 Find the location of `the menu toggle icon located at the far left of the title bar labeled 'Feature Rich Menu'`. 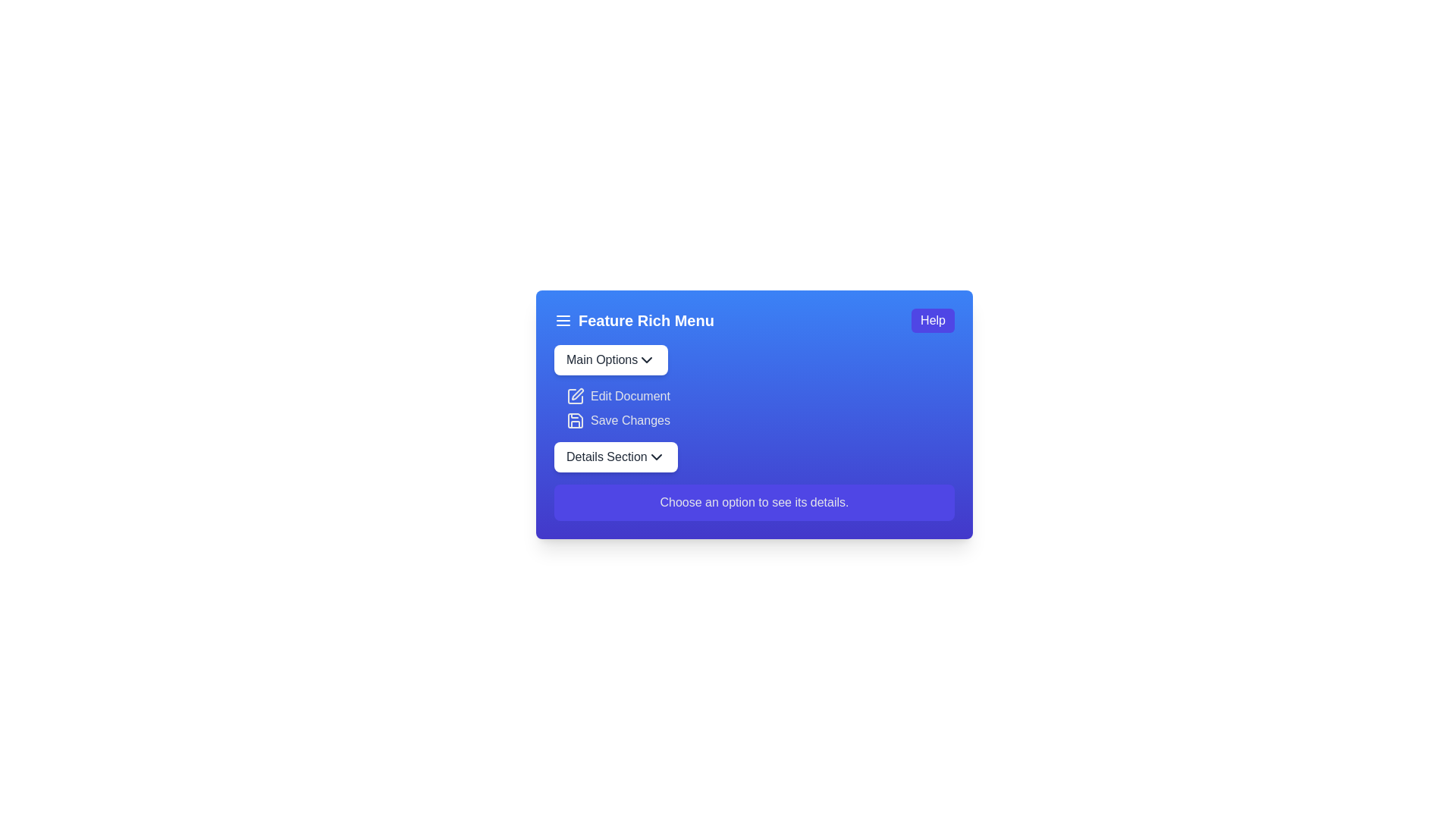

the menu toggle icon located at the far left of the title bar labeled 'Feature Rich Menu' is located at coordinates (563, 320).